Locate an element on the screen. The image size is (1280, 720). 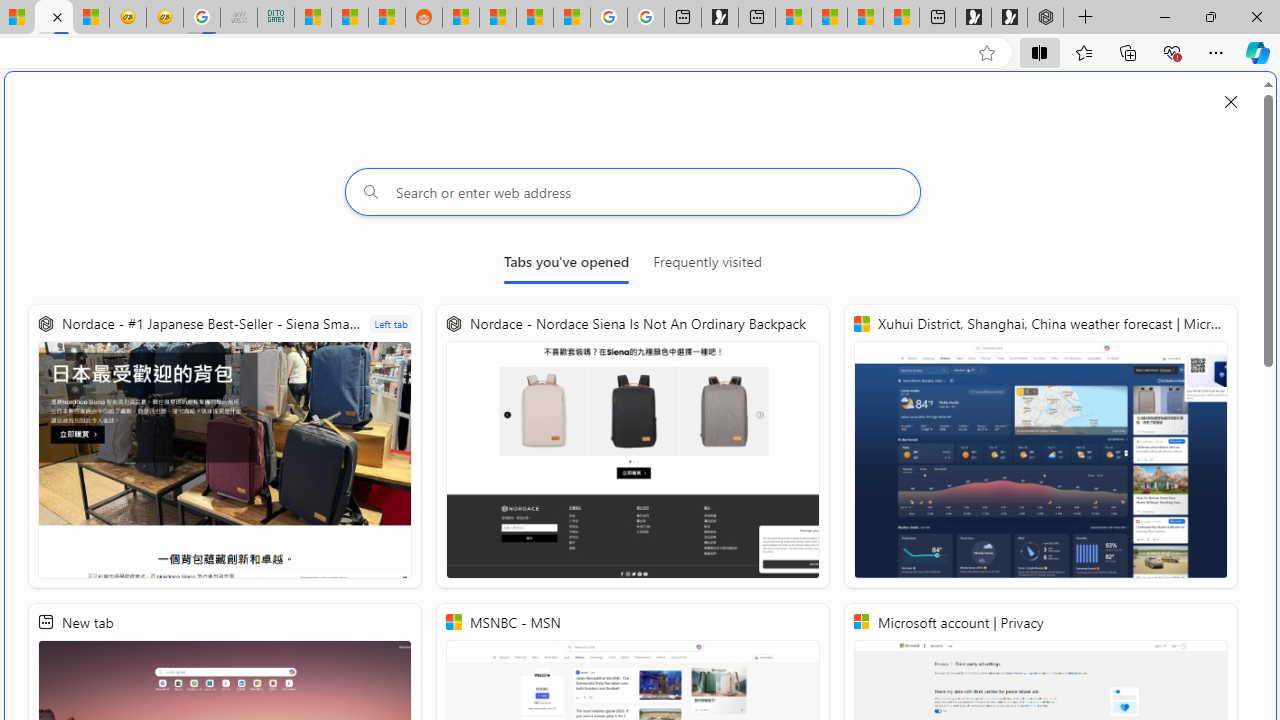
'Minimize' is located at coordinates (1164, 16).